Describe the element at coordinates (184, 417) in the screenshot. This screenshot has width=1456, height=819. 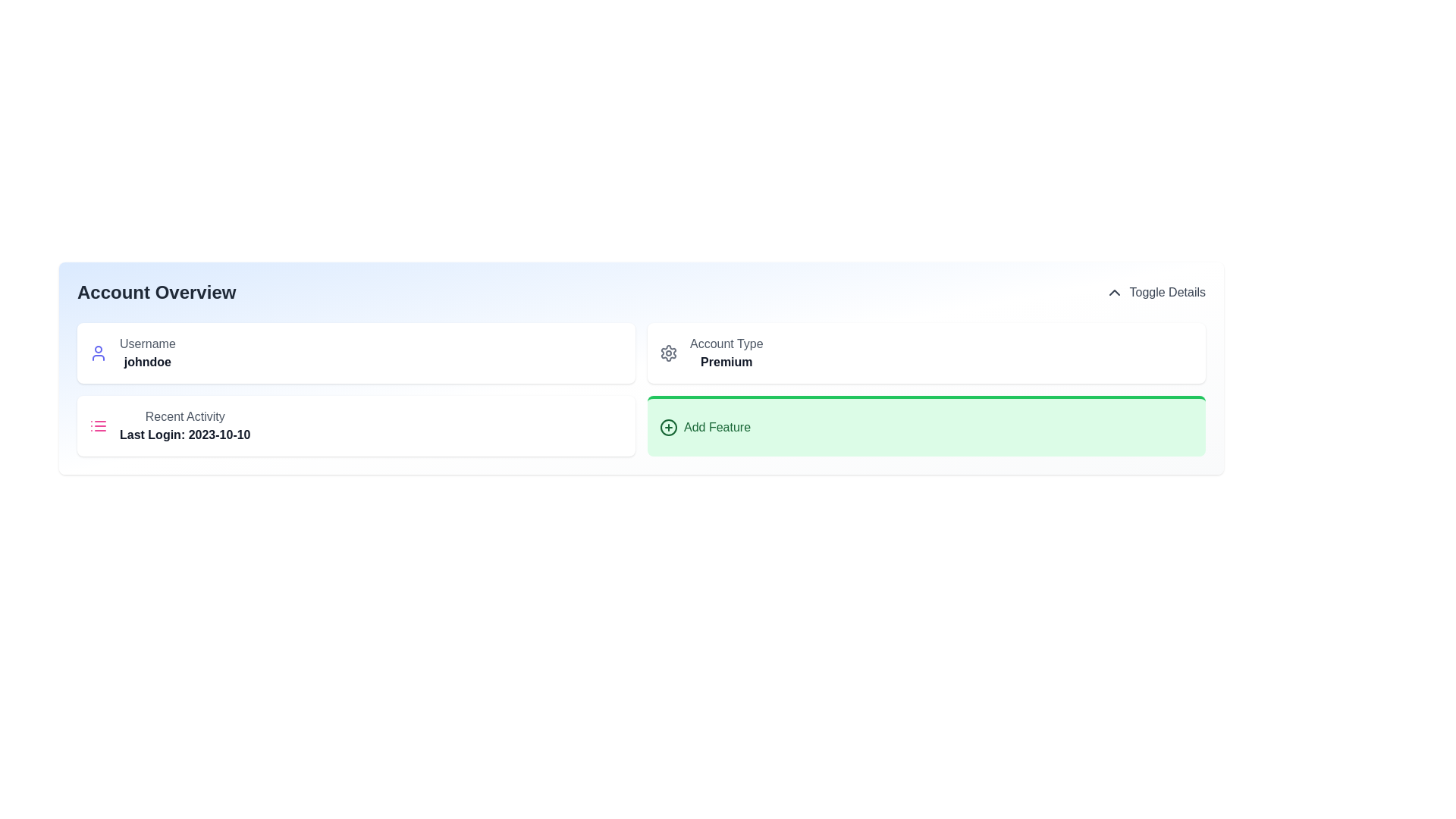
I see `the Text label that serves as a header for the recent account activities section, located below the 'Username' field in the 'Account Overview' panel` at that location.